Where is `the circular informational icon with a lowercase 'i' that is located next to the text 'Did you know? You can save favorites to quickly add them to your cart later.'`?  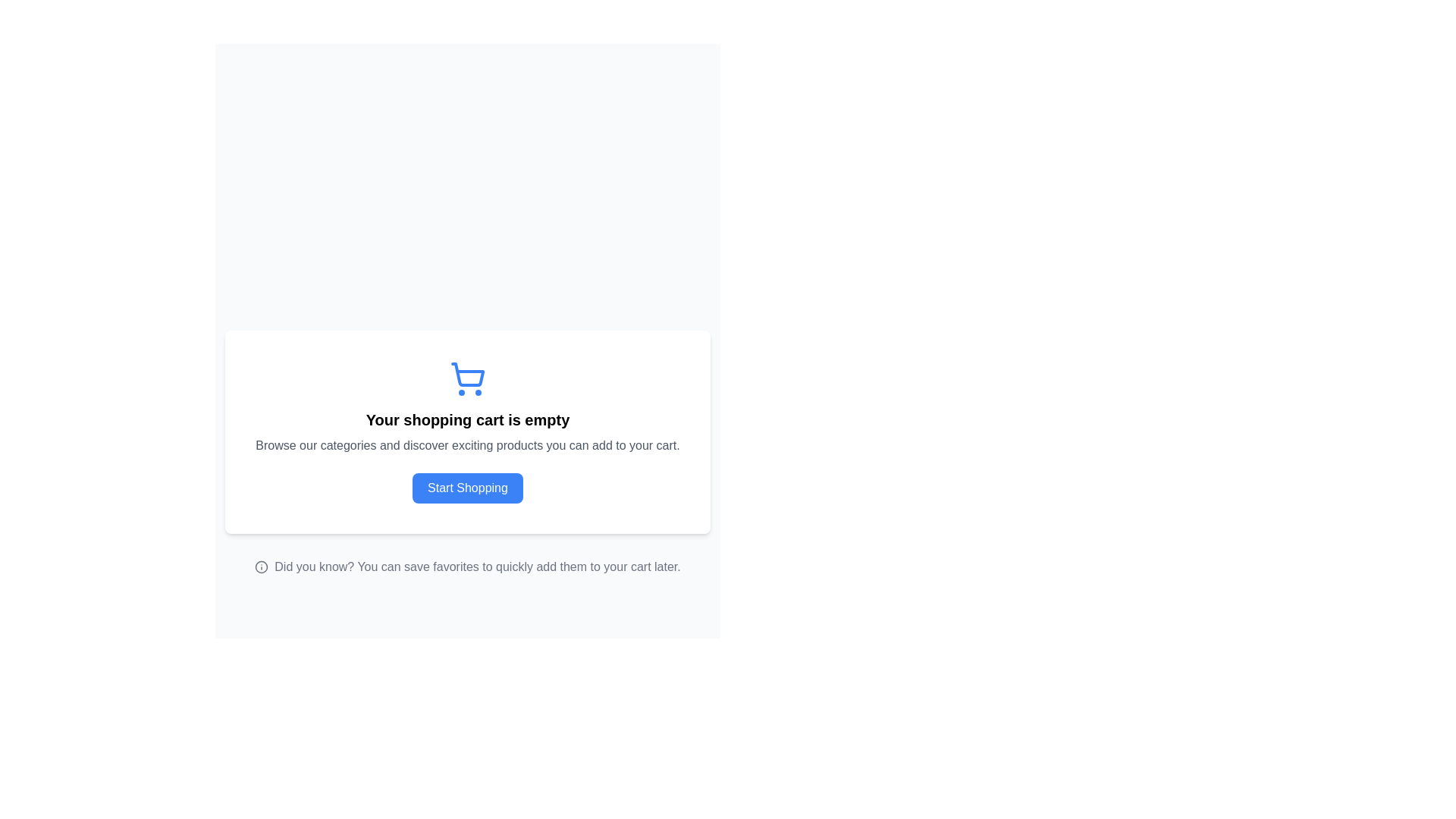
the circular informational icon with a lowercase 'i' that is located next to the text 'Did you know? You can save favorites to quickly add them to your cart later.' is located at coordinates (262, 567).